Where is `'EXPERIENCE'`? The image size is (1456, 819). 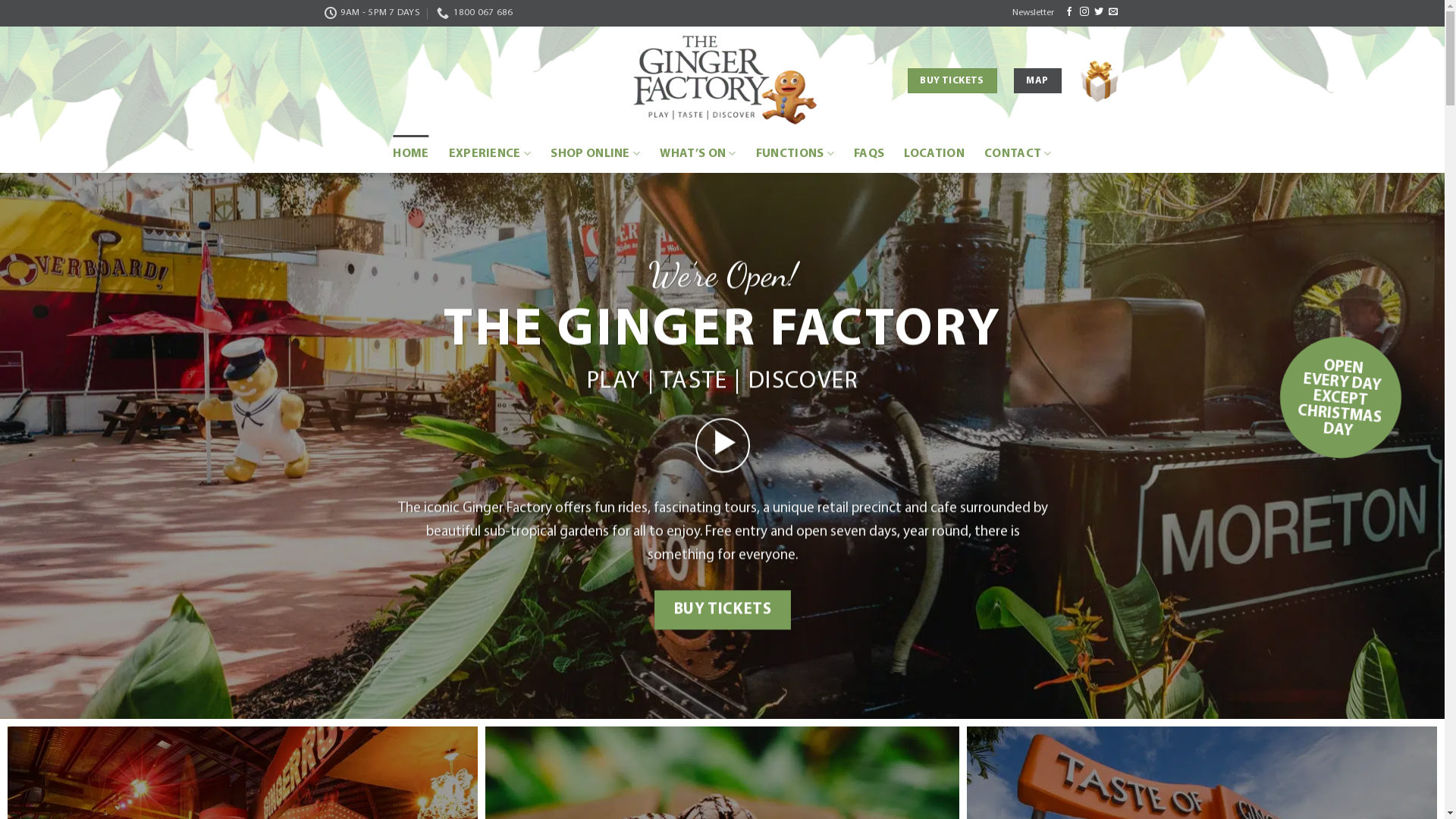
'EXPERIENCE' is located at coordinates (490, 154).